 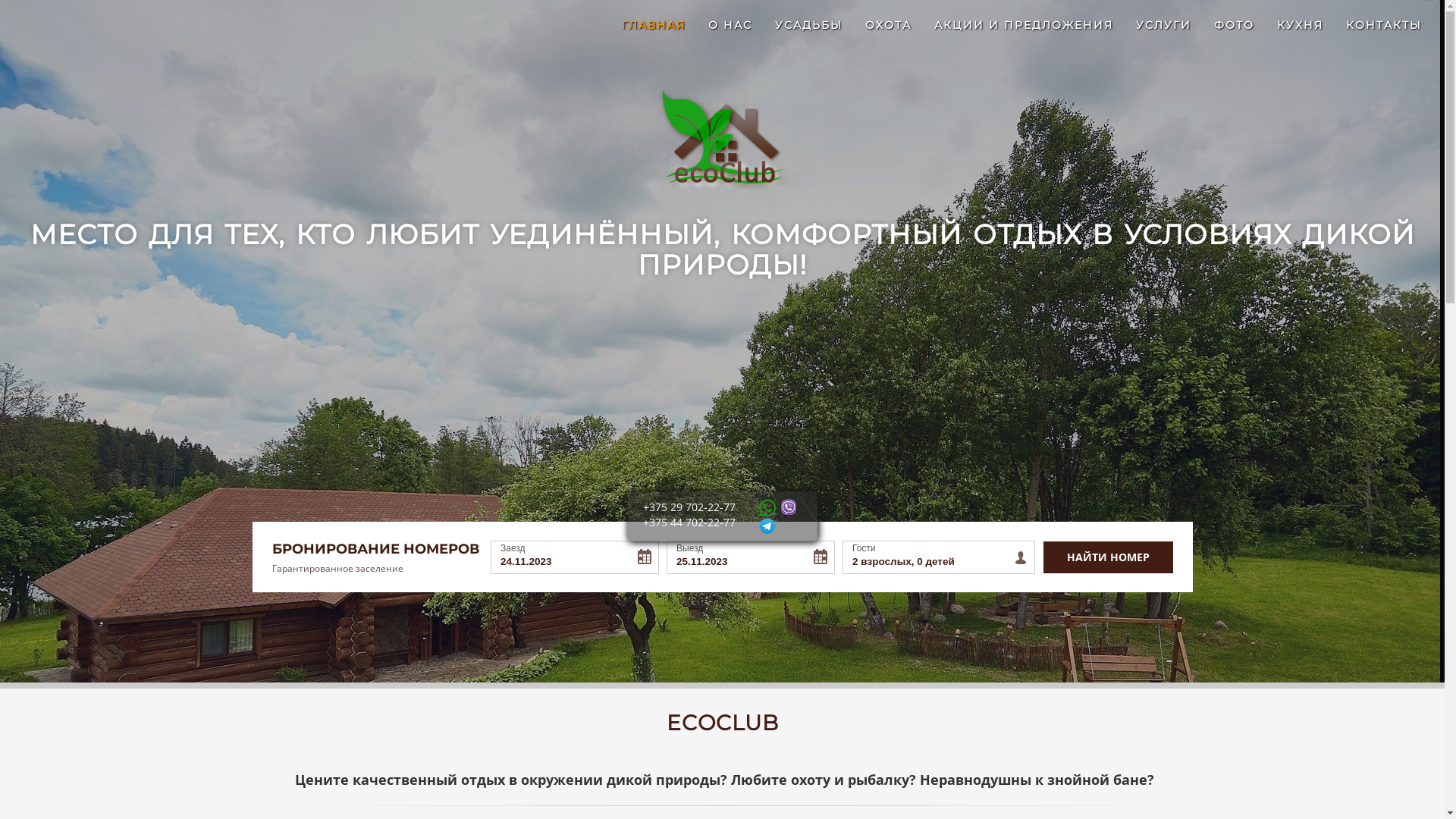 I want to click on '+375 29 702-22-77', so click(x=688, y=507).